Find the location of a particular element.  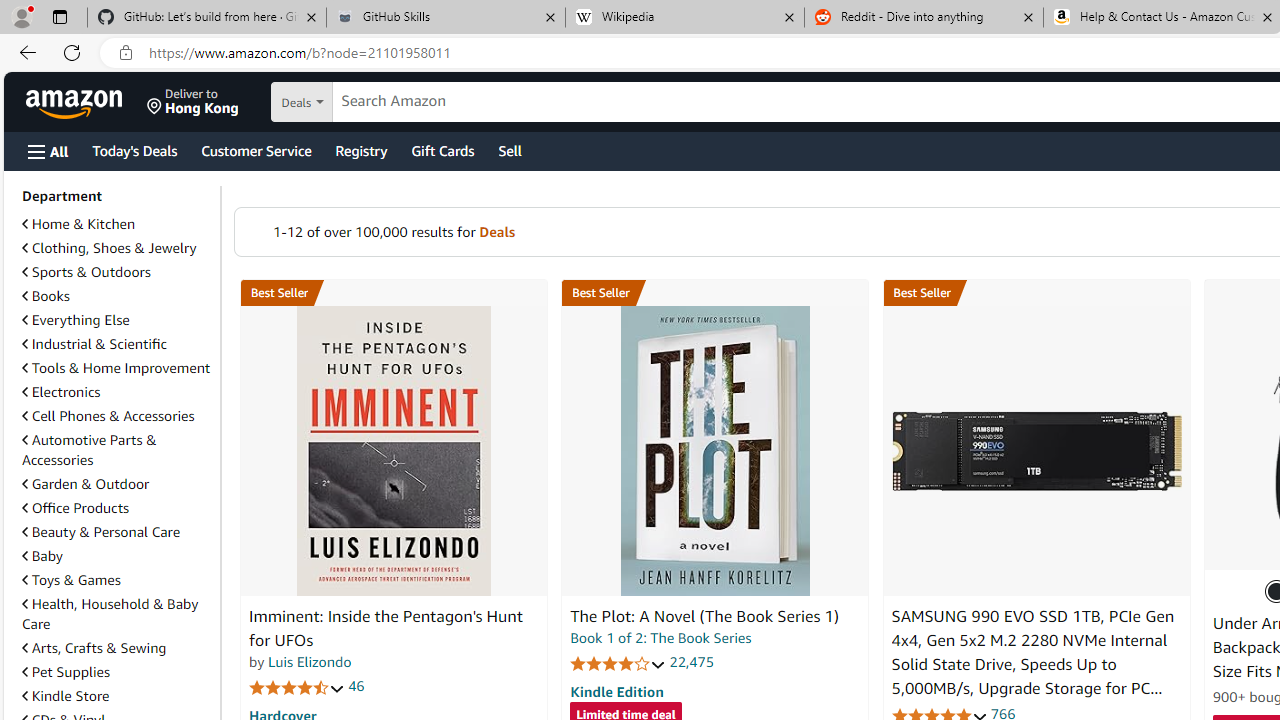

'Everything Else' is located at coordinates (116, 319).